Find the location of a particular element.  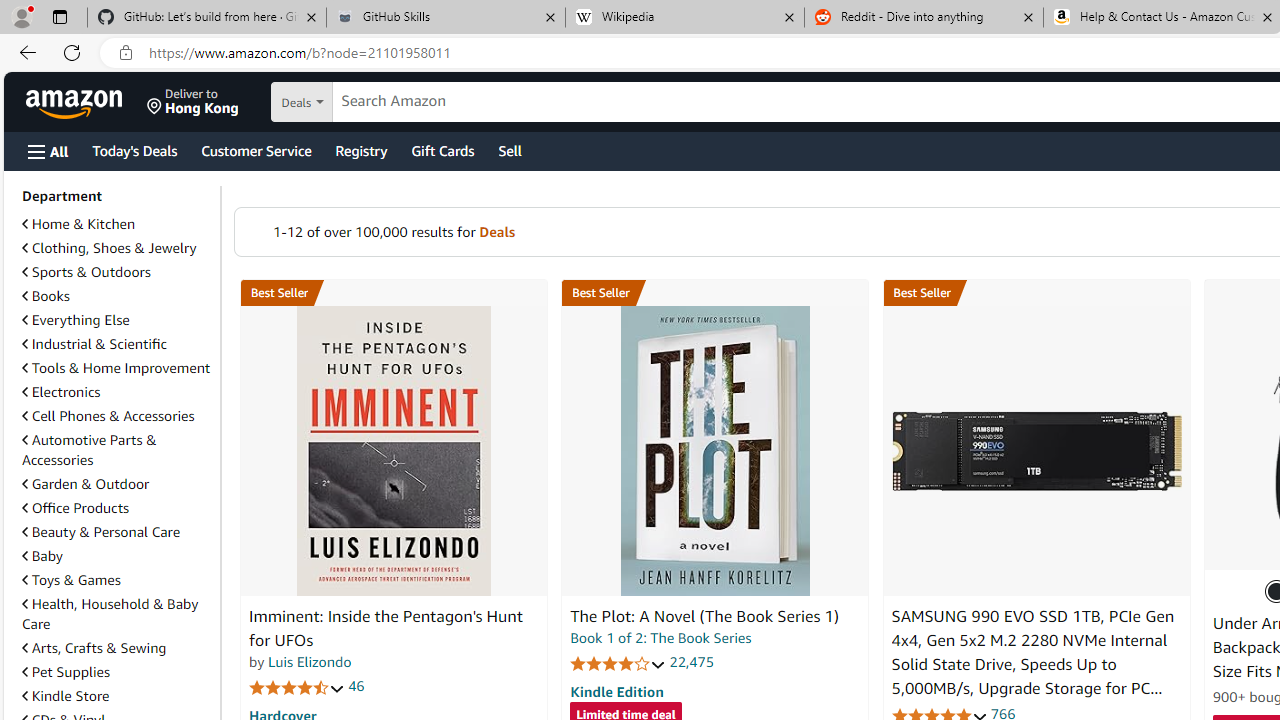

'Everything Else' is located at coordinates (116, 319).